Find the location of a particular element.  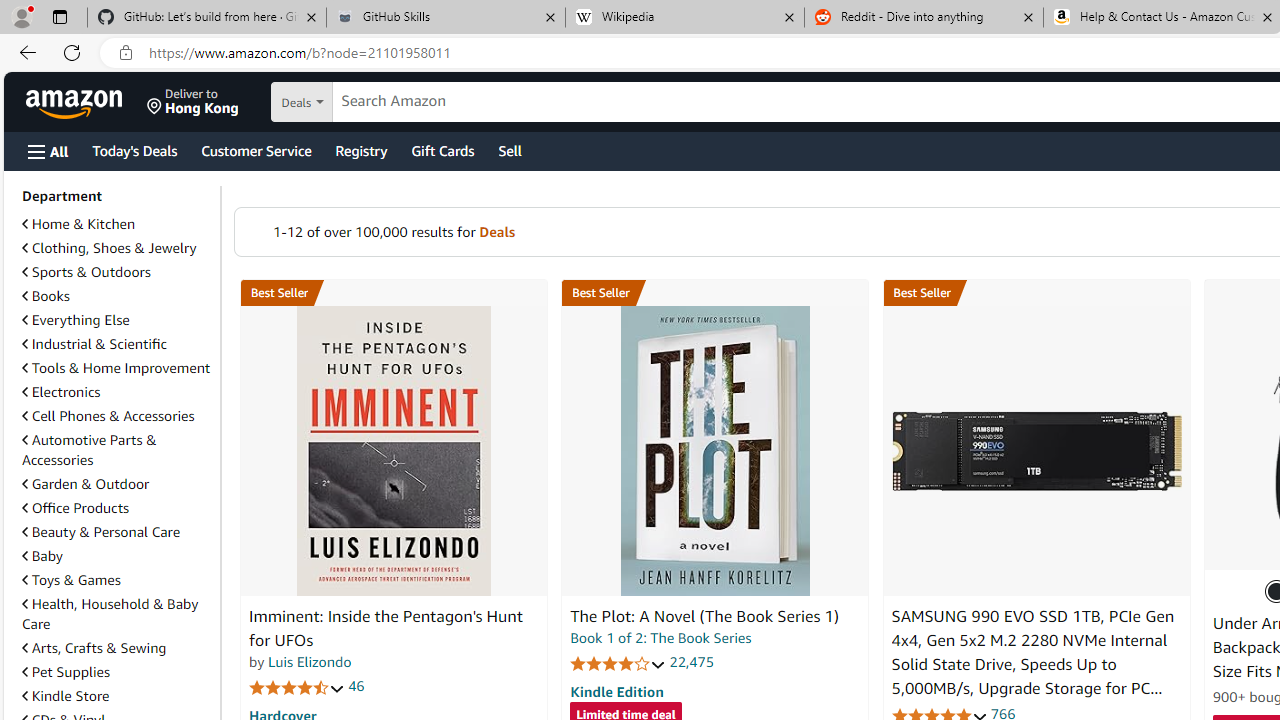

'Everything Else' is located at coordinates (116, 319).